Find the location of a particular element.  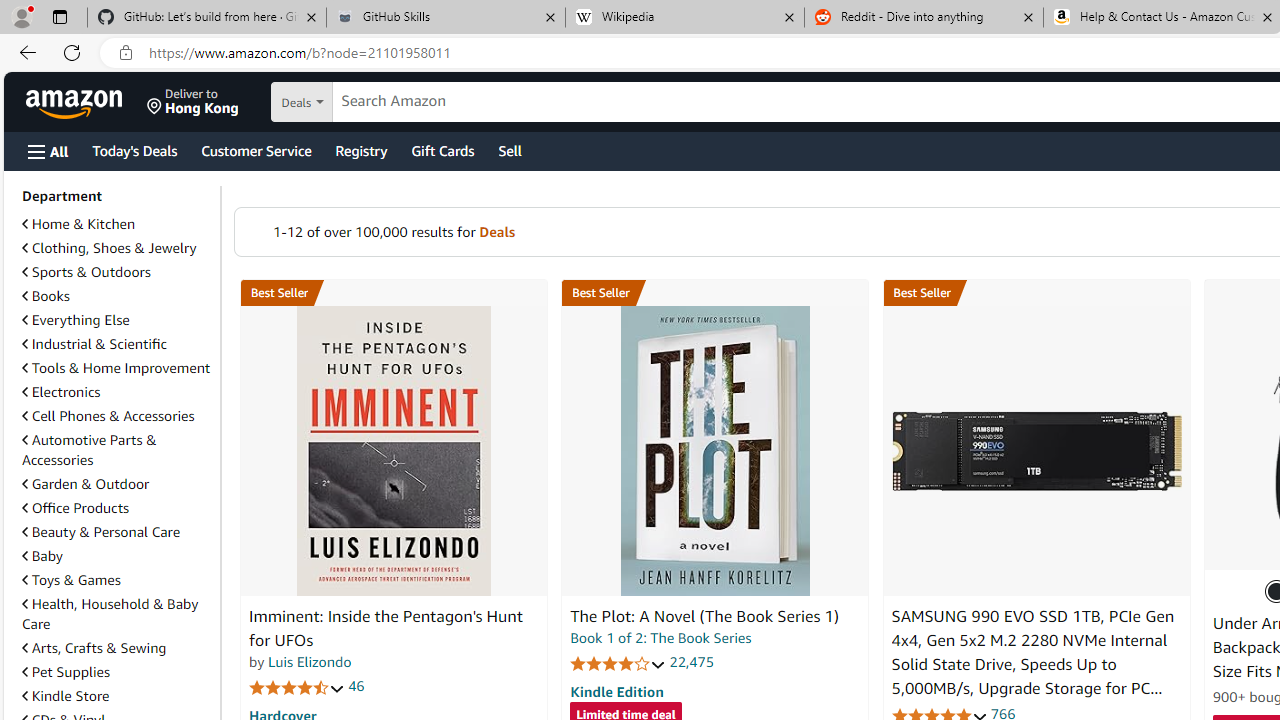

'Everything Else' is located at coordinates (116, 319).